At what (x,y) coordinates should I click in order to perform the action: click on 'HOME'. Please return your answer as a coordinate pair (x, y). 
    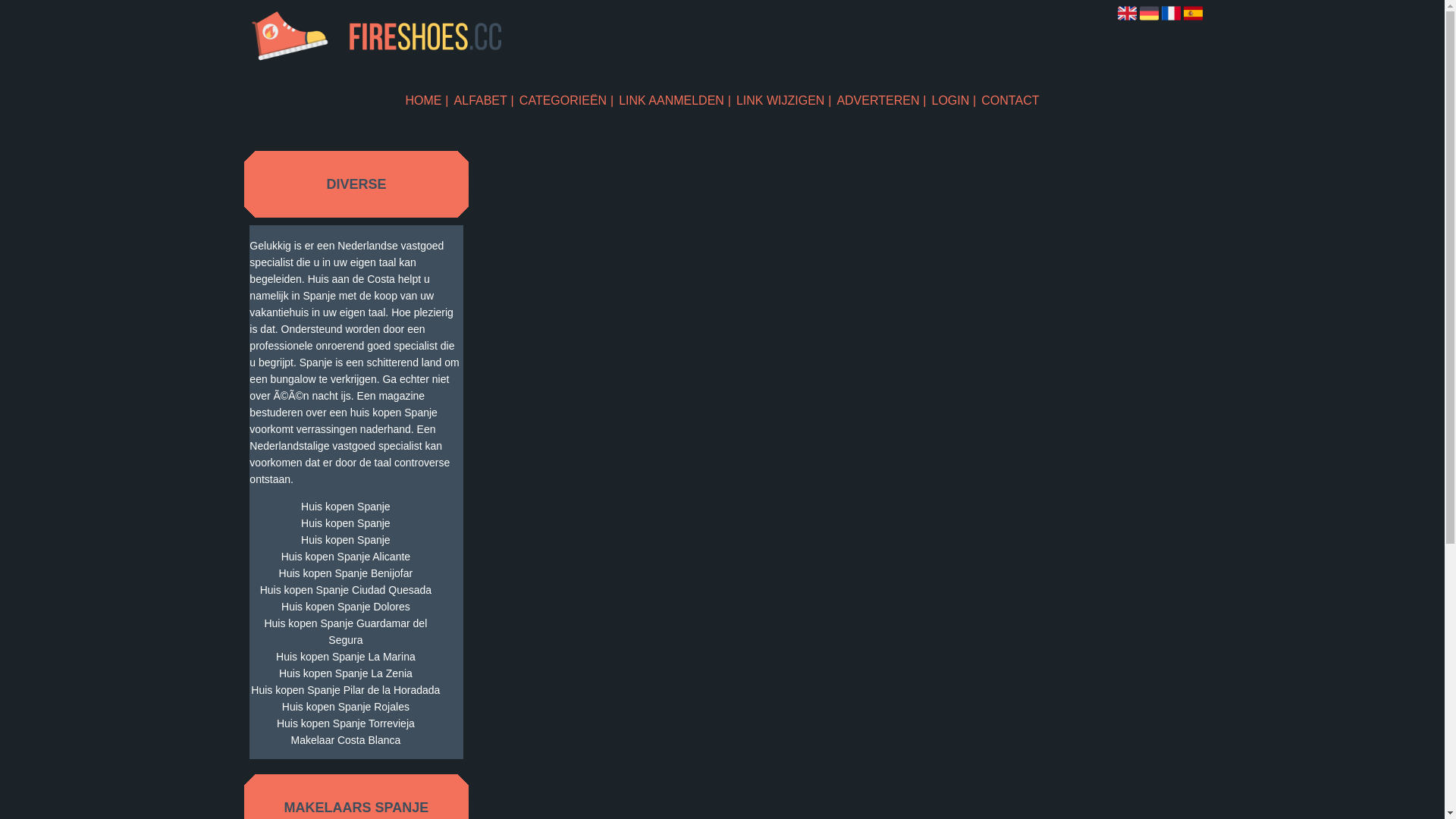
    Looking at the image, I should click on (426, 100).